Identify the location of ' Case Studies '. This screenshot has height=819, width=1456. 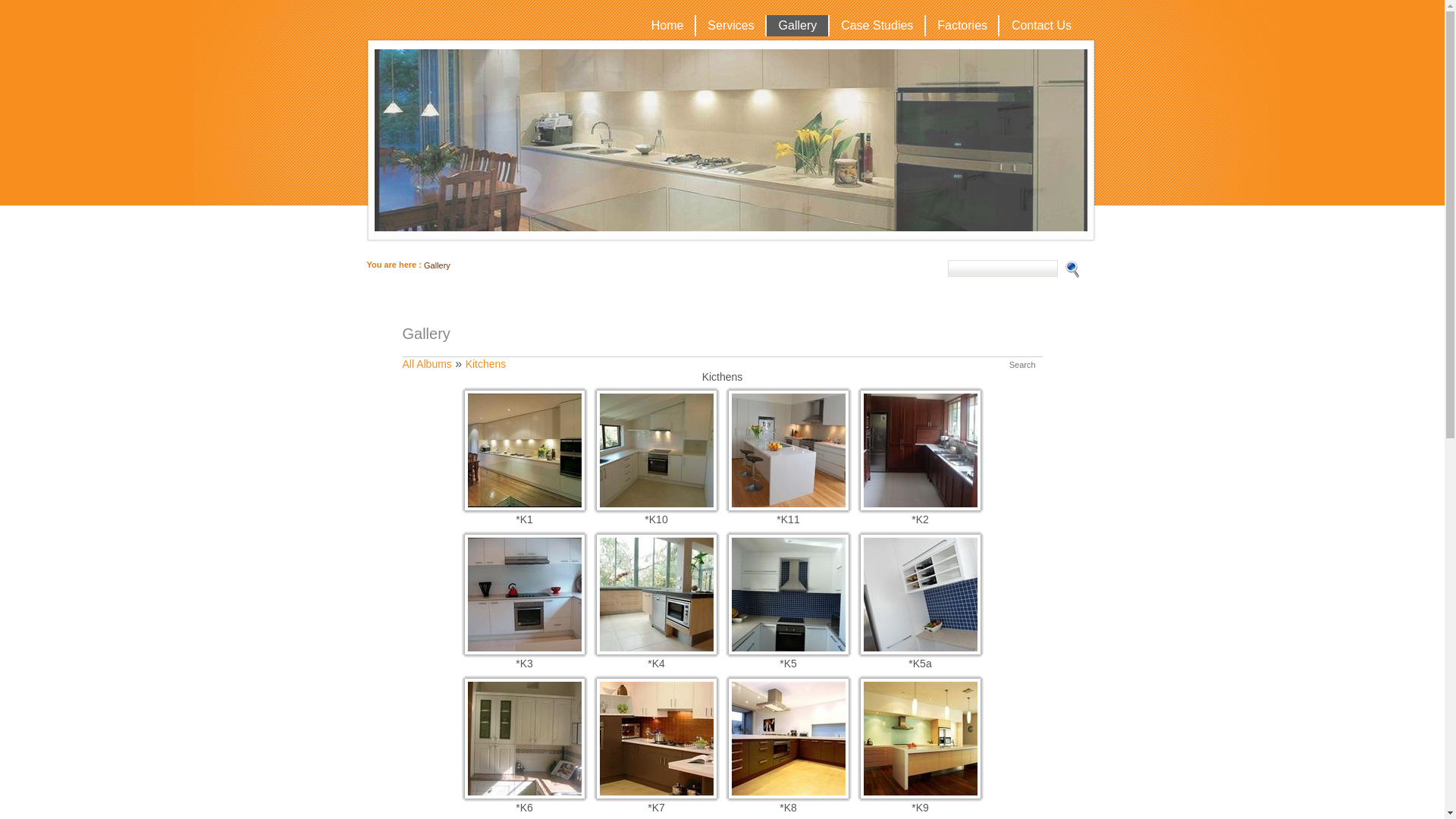
(877, 26).